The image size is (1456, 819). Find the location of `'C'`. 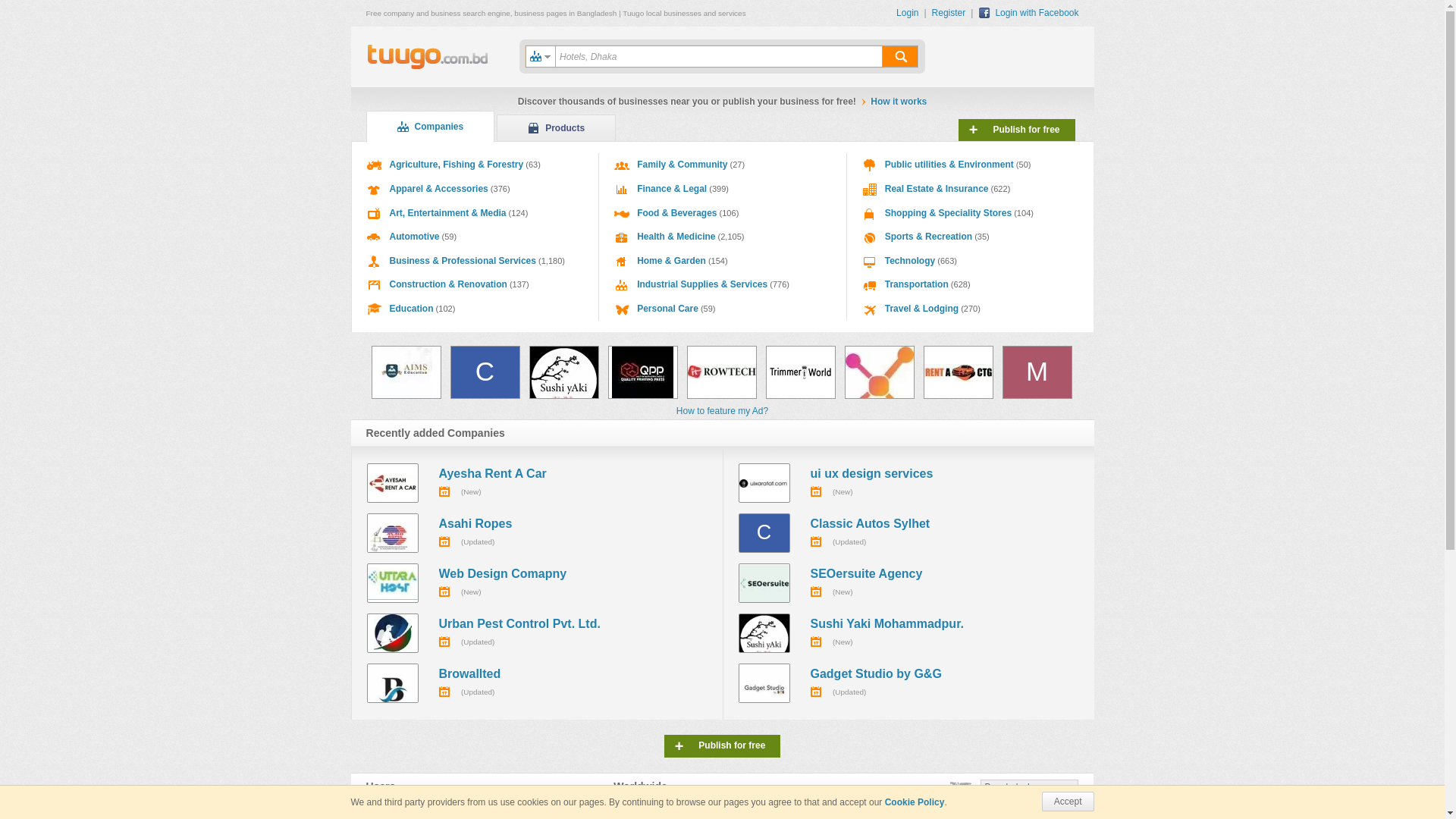

'C' is located at coordinates (450, 372).